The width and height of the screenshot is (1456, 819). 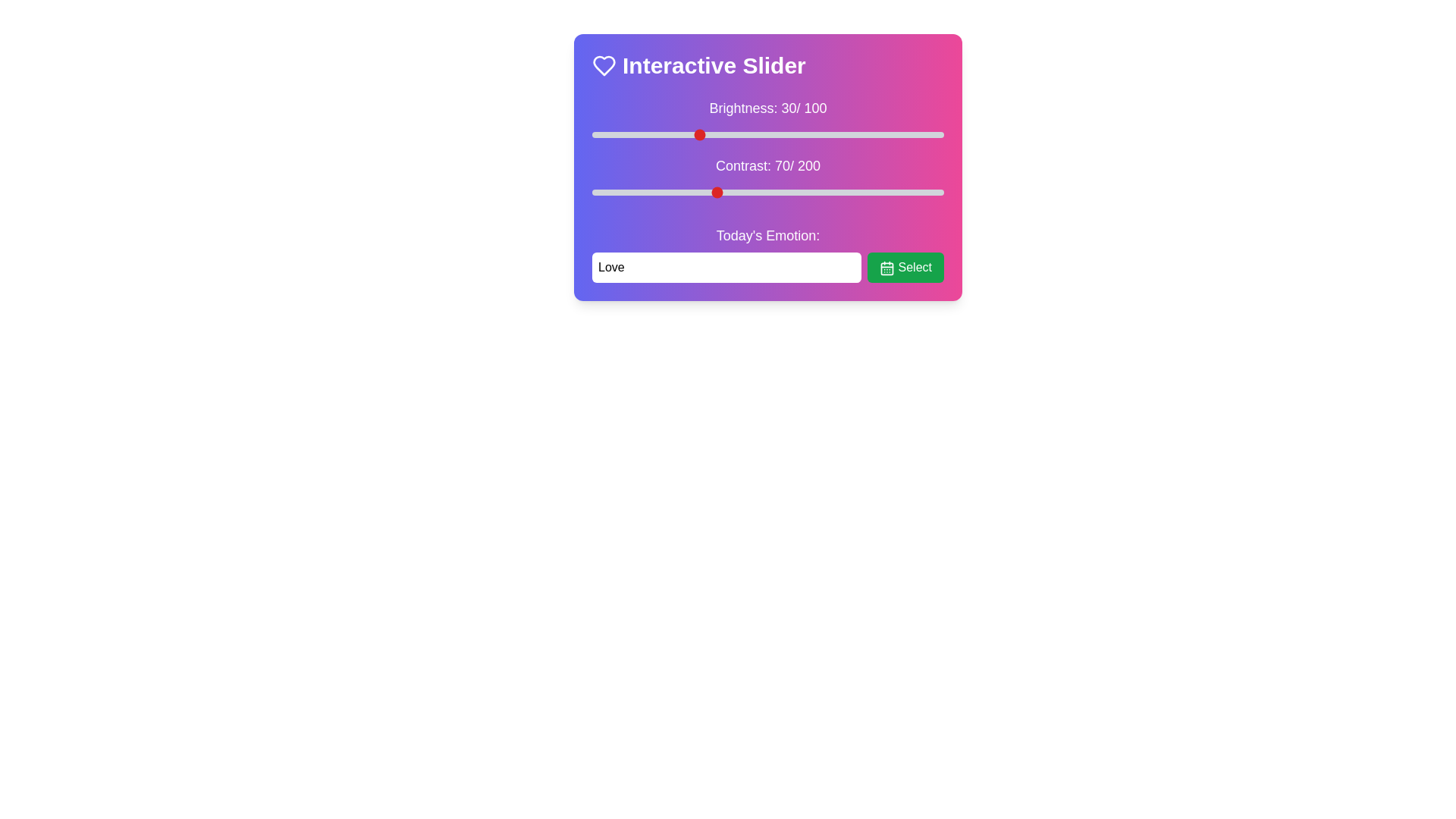 I want to click on the interactive element Contrast Slider, so click(x=767, y=192).